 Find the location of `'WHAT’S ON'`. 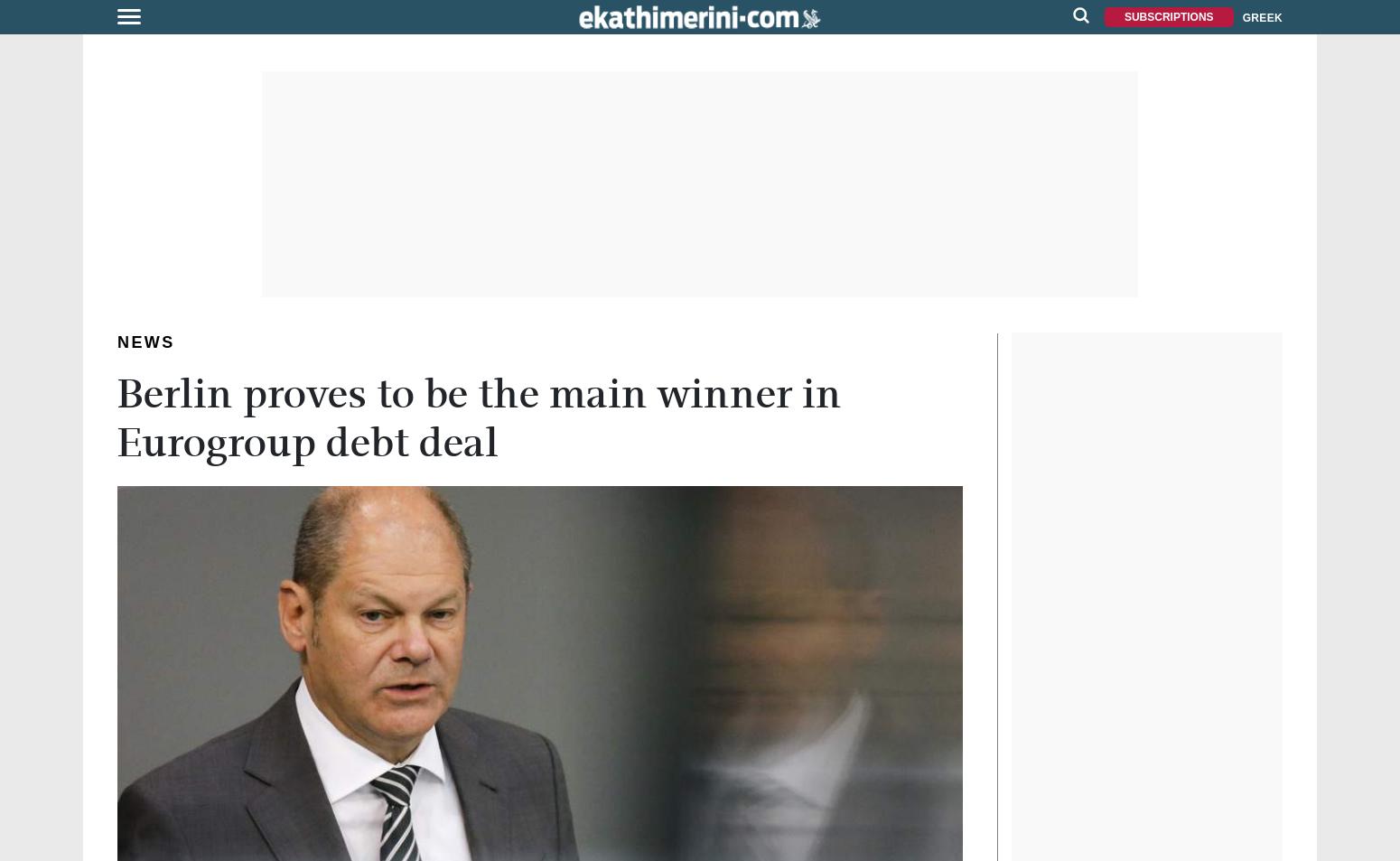

'WHAT’S ON' is located at coordinates (45, 285).